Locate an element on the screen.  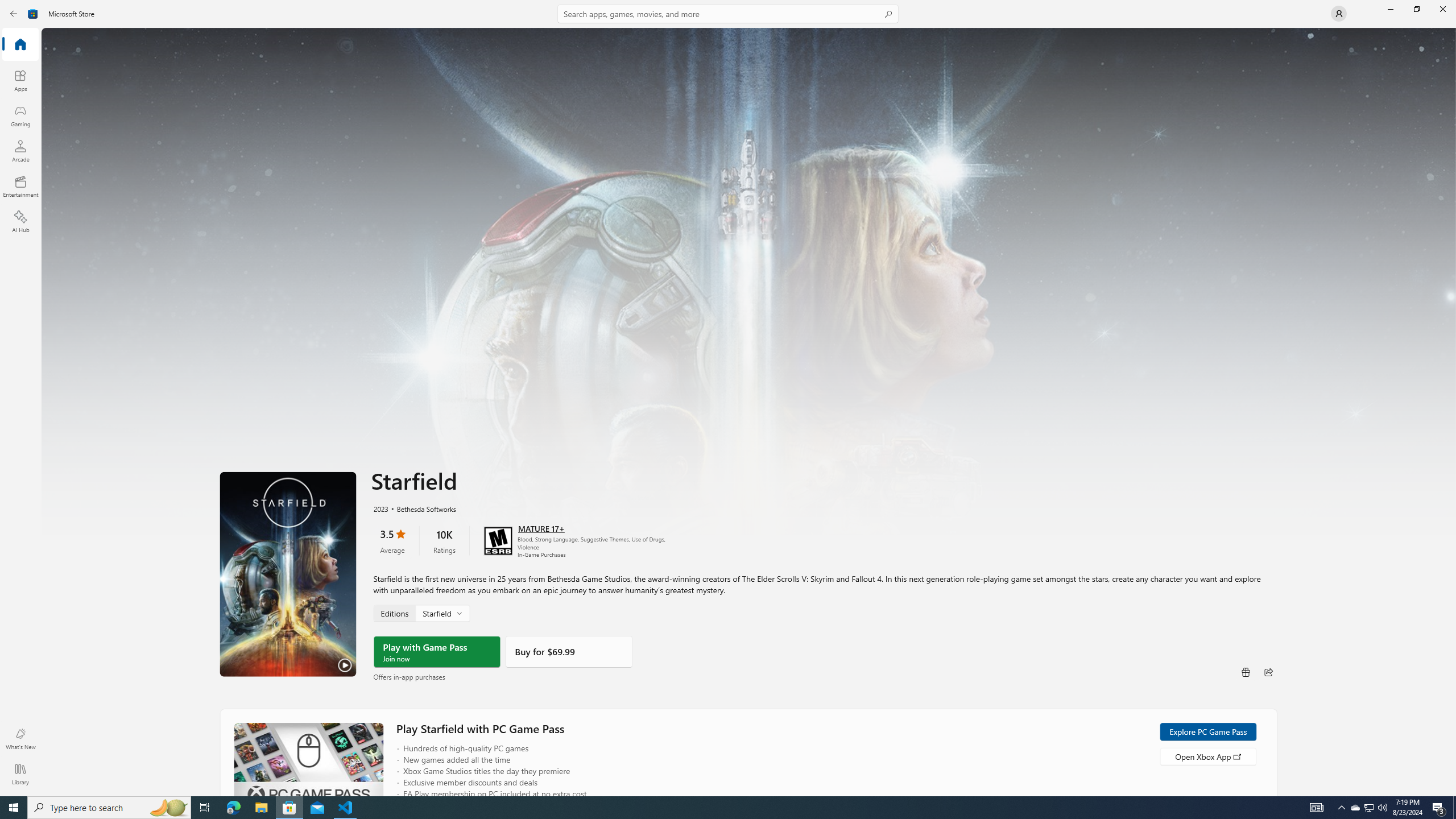
'Search' is located at coordinates (728, 13).